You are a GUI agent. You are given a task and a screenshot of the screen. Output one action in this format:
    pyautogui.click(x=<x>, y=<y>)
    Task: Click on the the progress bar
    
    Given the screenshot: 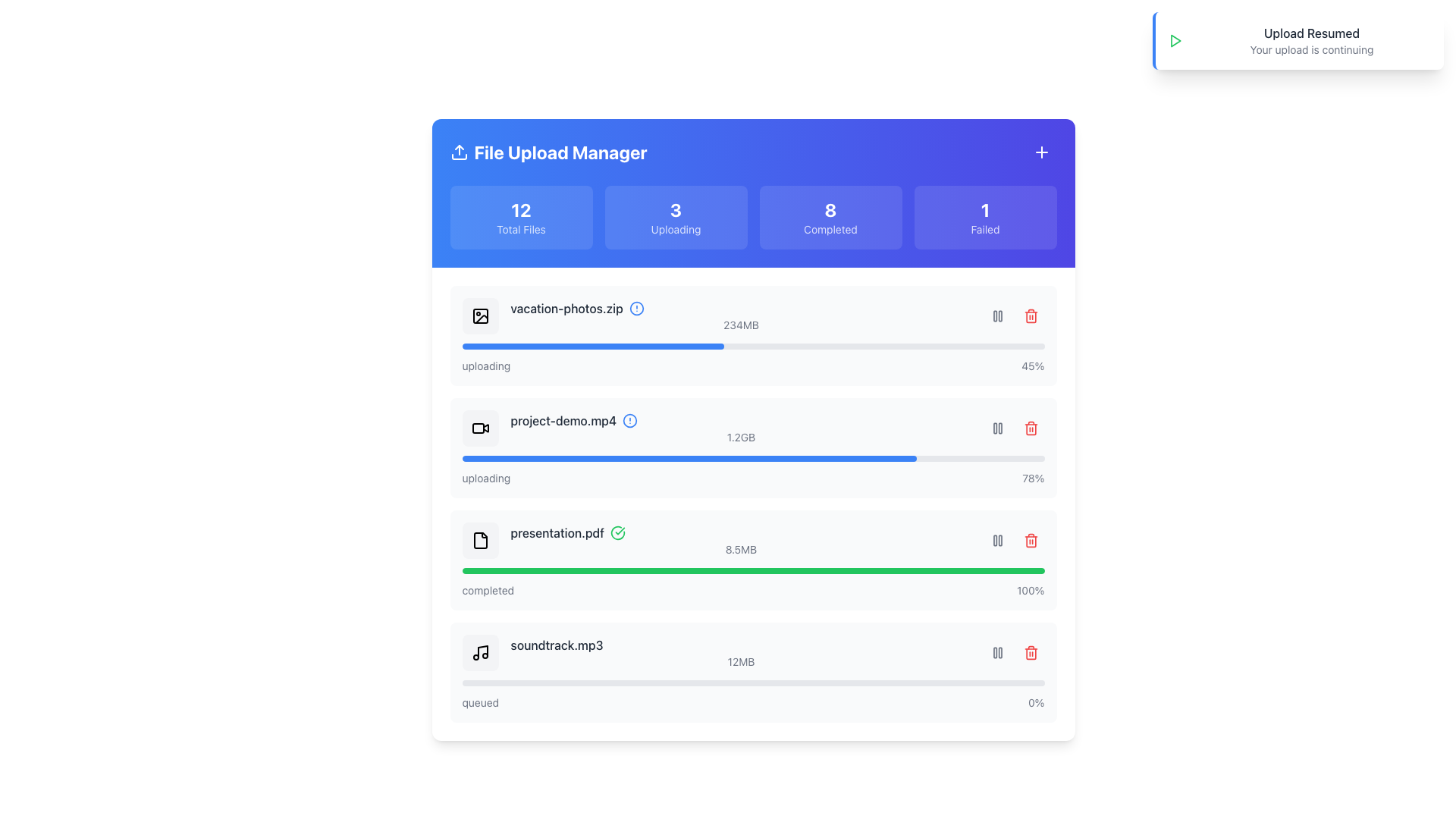 What is the action you would take?
    pyautogui.click(x=668, y=346)
    